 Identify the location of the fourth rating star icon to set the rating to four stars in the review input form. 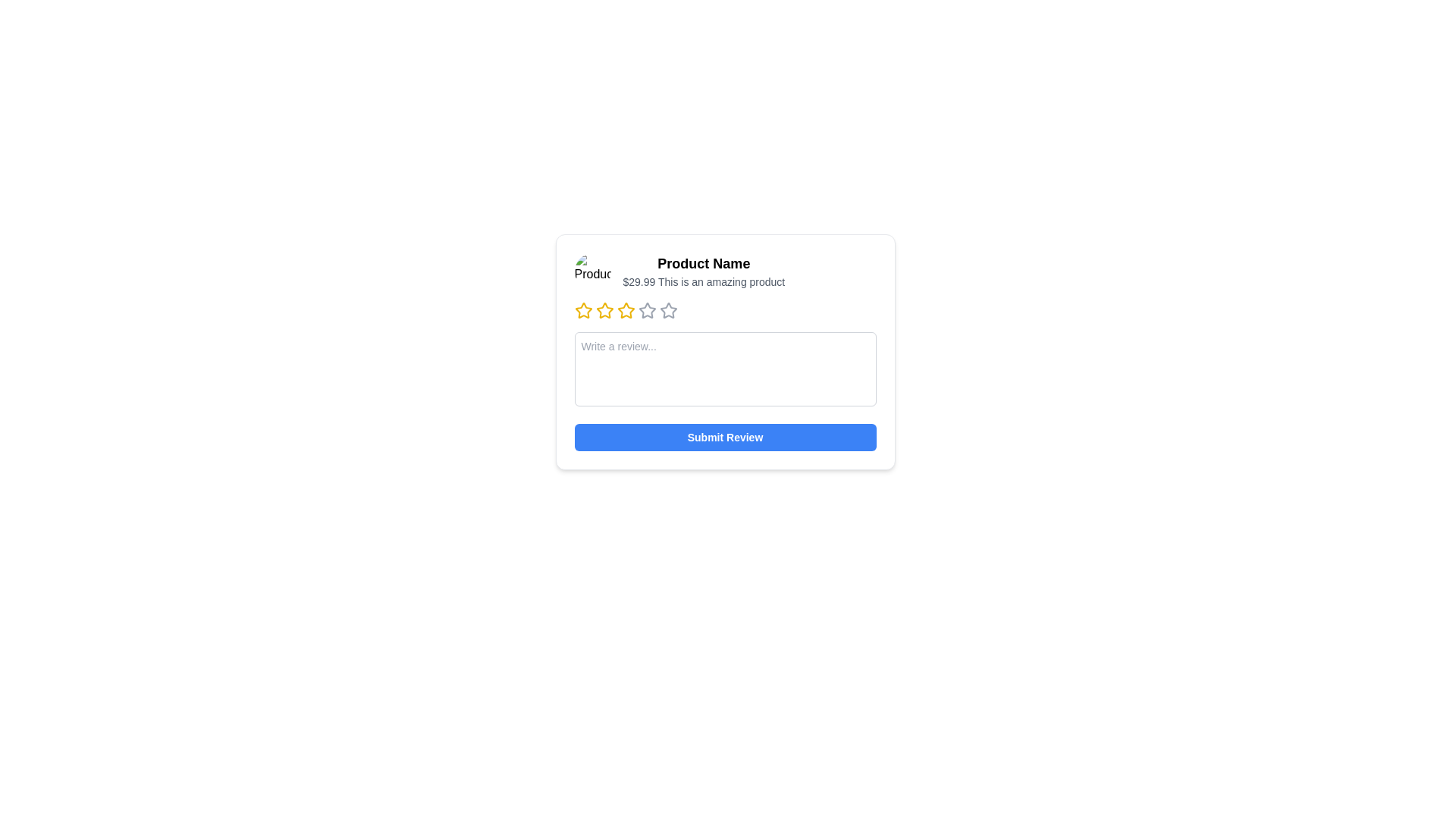
(647, 309).